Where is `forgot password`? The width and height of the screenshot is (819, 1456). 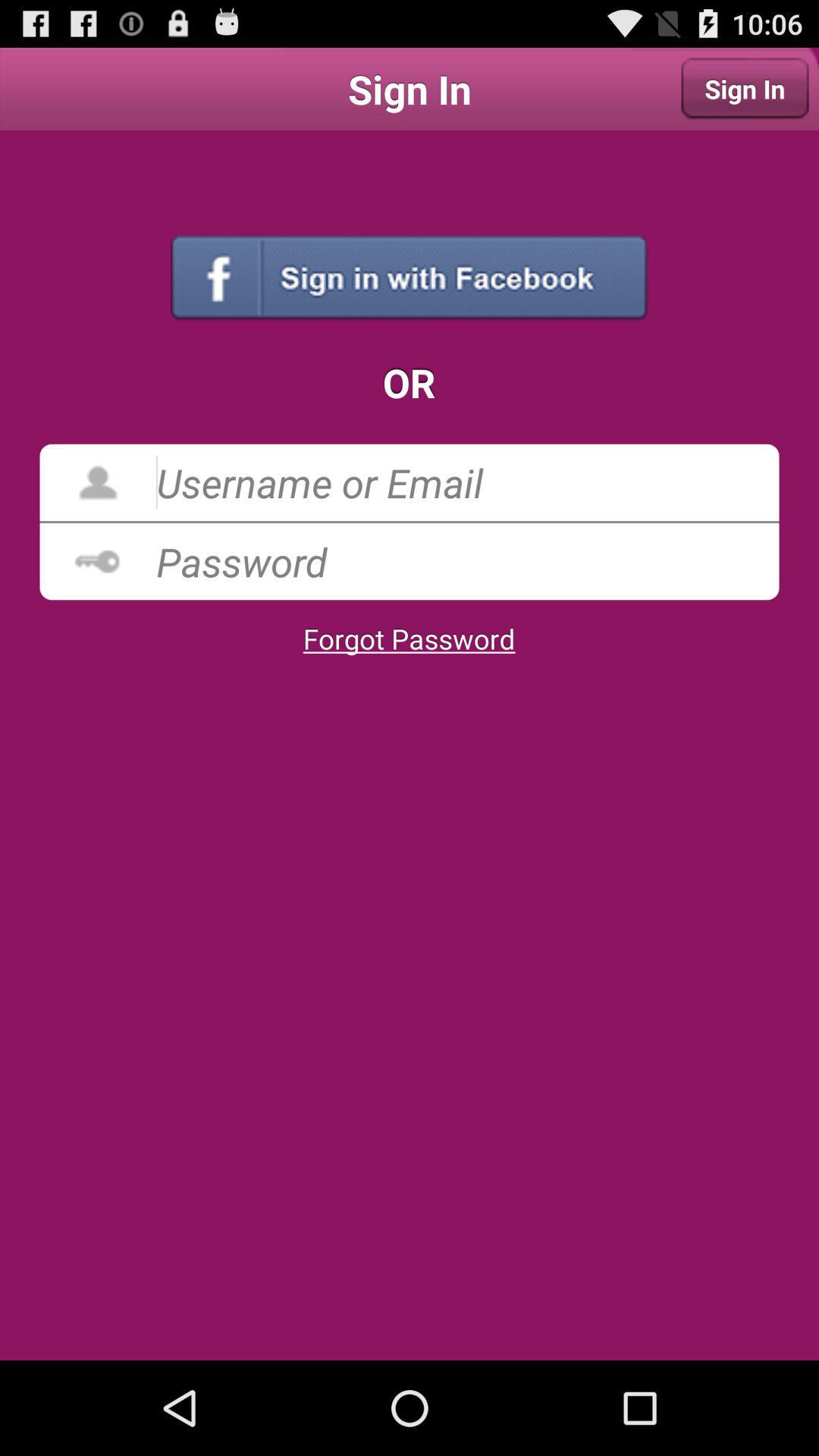
forgot password is located at coordinates (408, 639).